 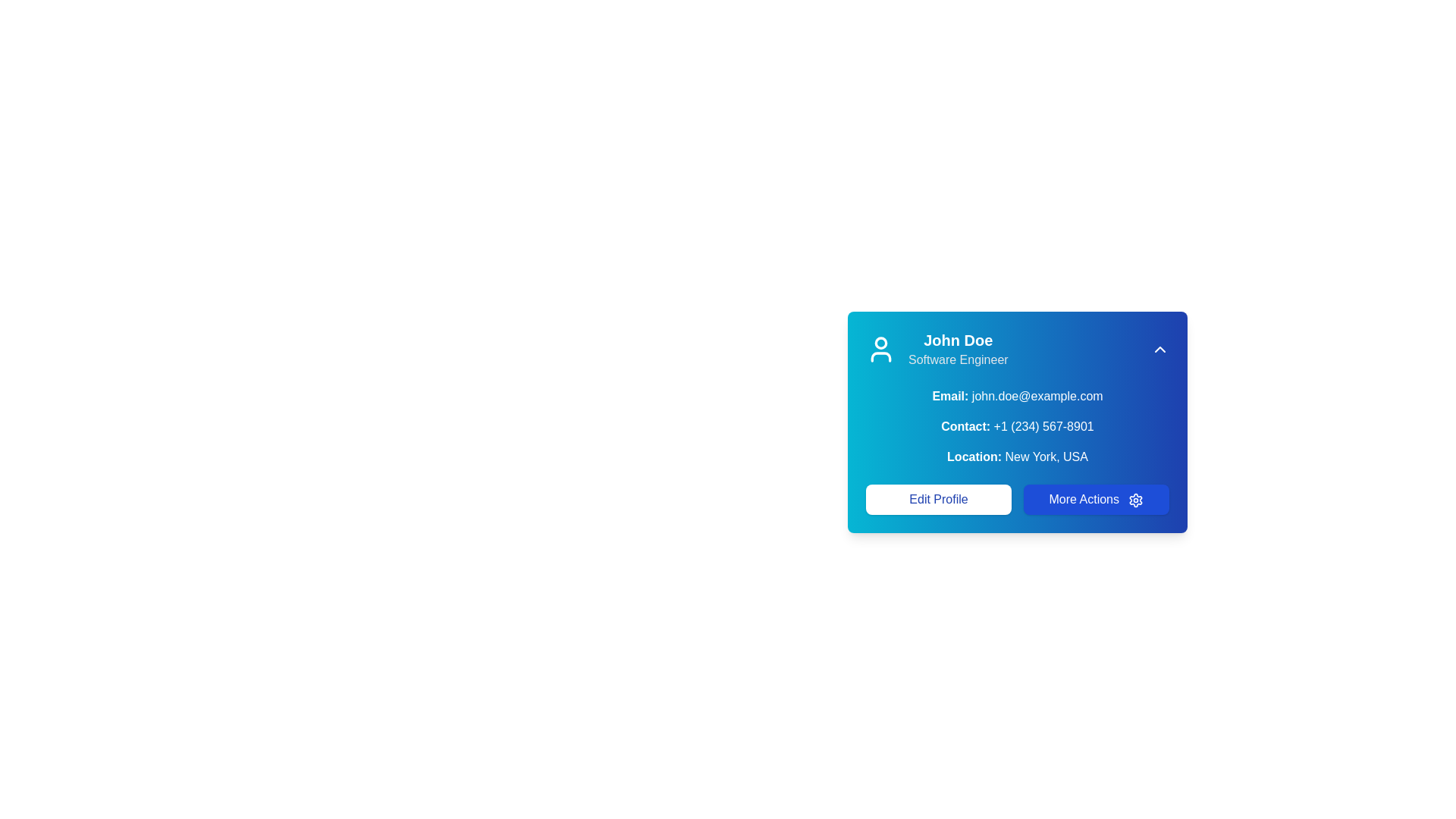 I want to click on the 'More Actions' button, which is a rectangular button with rounded corners, a blue background, and white text, located to the right of the 'Edit Profile' button, so click(x=1096, y=500).